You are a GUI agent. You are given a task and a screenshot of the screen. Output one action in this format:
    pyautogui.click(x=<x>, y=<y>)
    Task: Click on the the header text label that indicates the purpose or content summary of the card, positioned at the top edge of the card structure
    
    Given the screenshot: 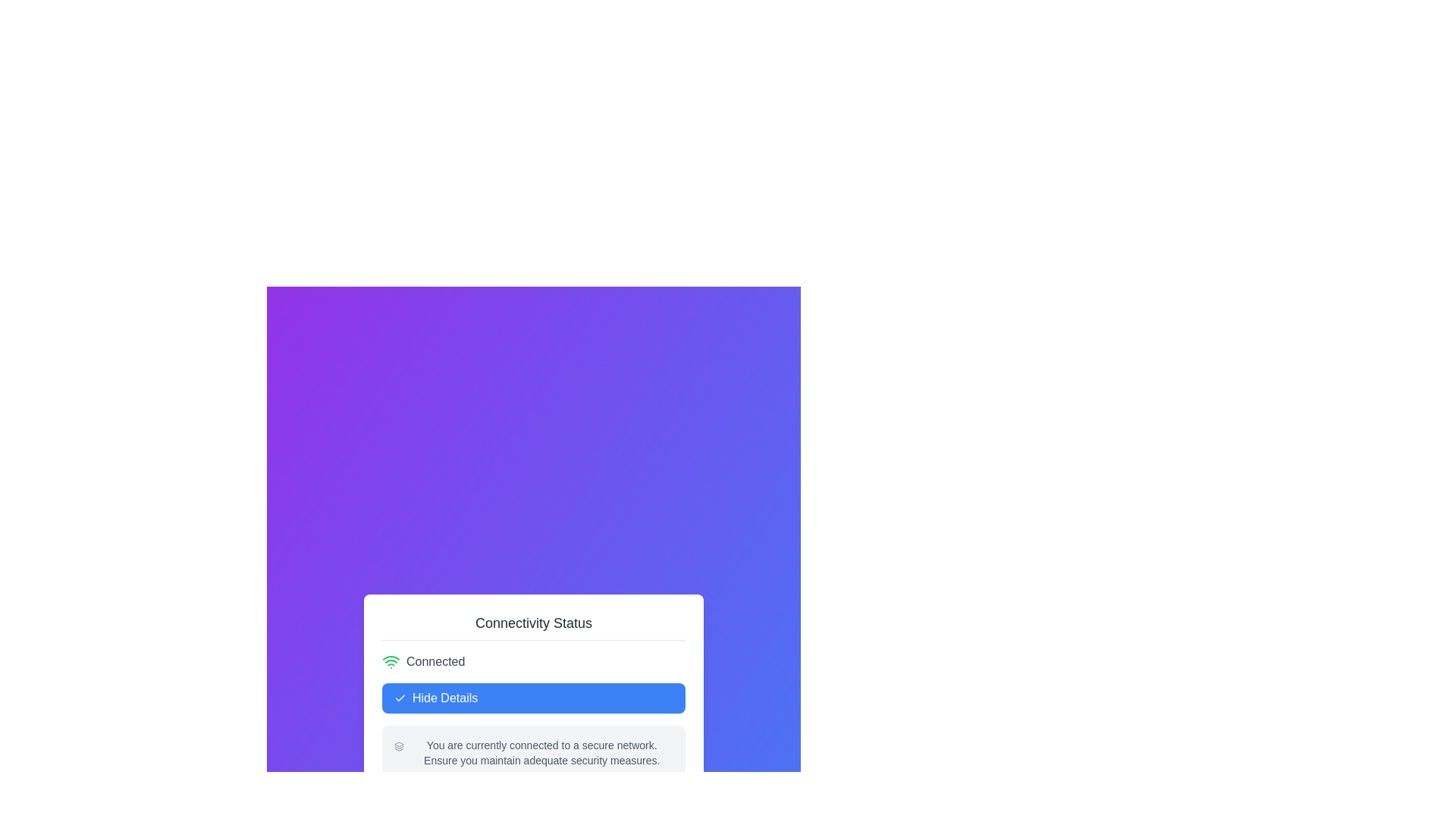 What is the action you would take?
    pyautogui.click(x=534, y=626)
    